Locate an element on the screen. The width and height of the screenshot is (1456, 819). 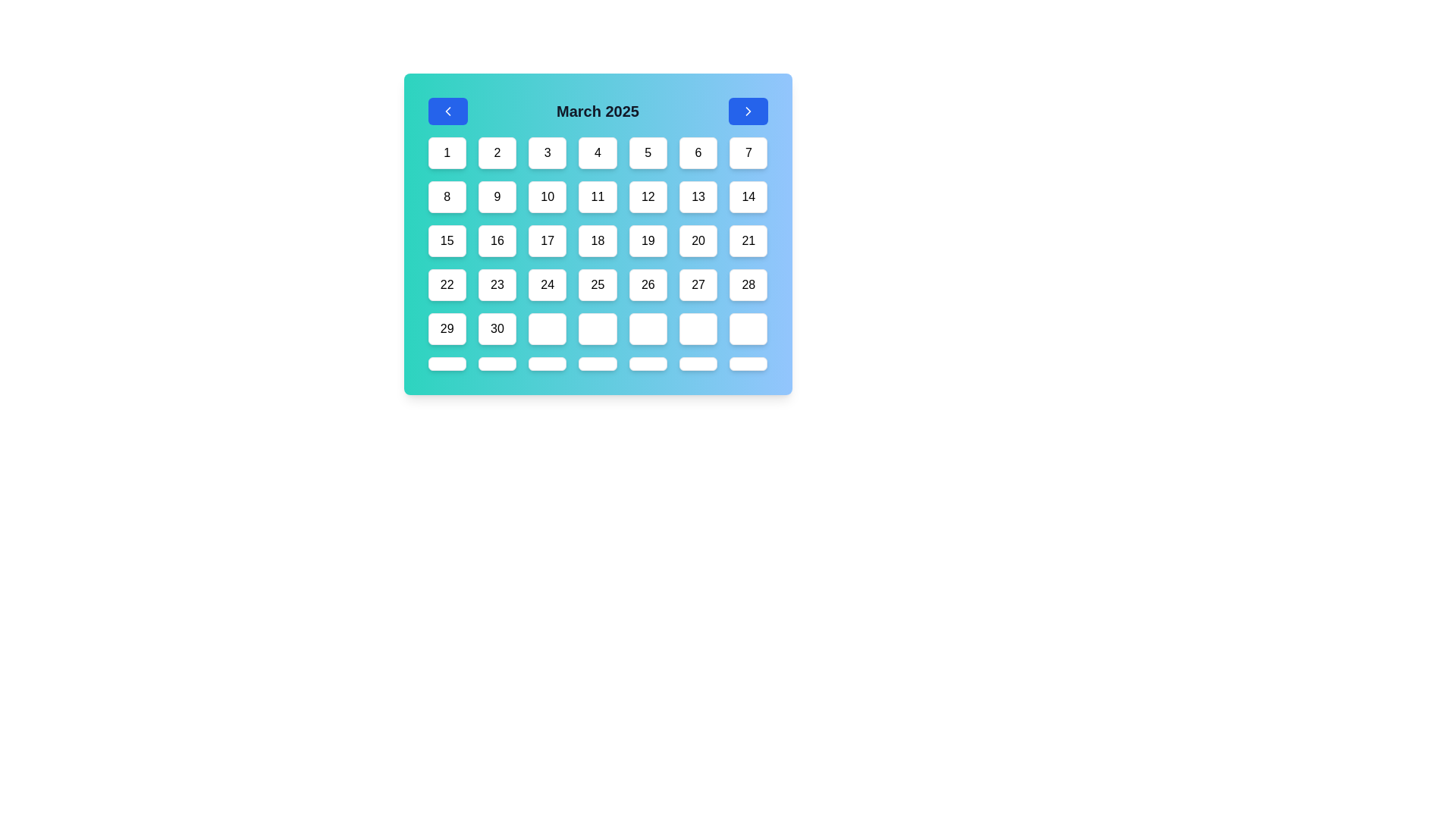
the white rounded box displaying the number '11' located in the second row and fourth column of the grid layout is located at coordinates (597, 196).